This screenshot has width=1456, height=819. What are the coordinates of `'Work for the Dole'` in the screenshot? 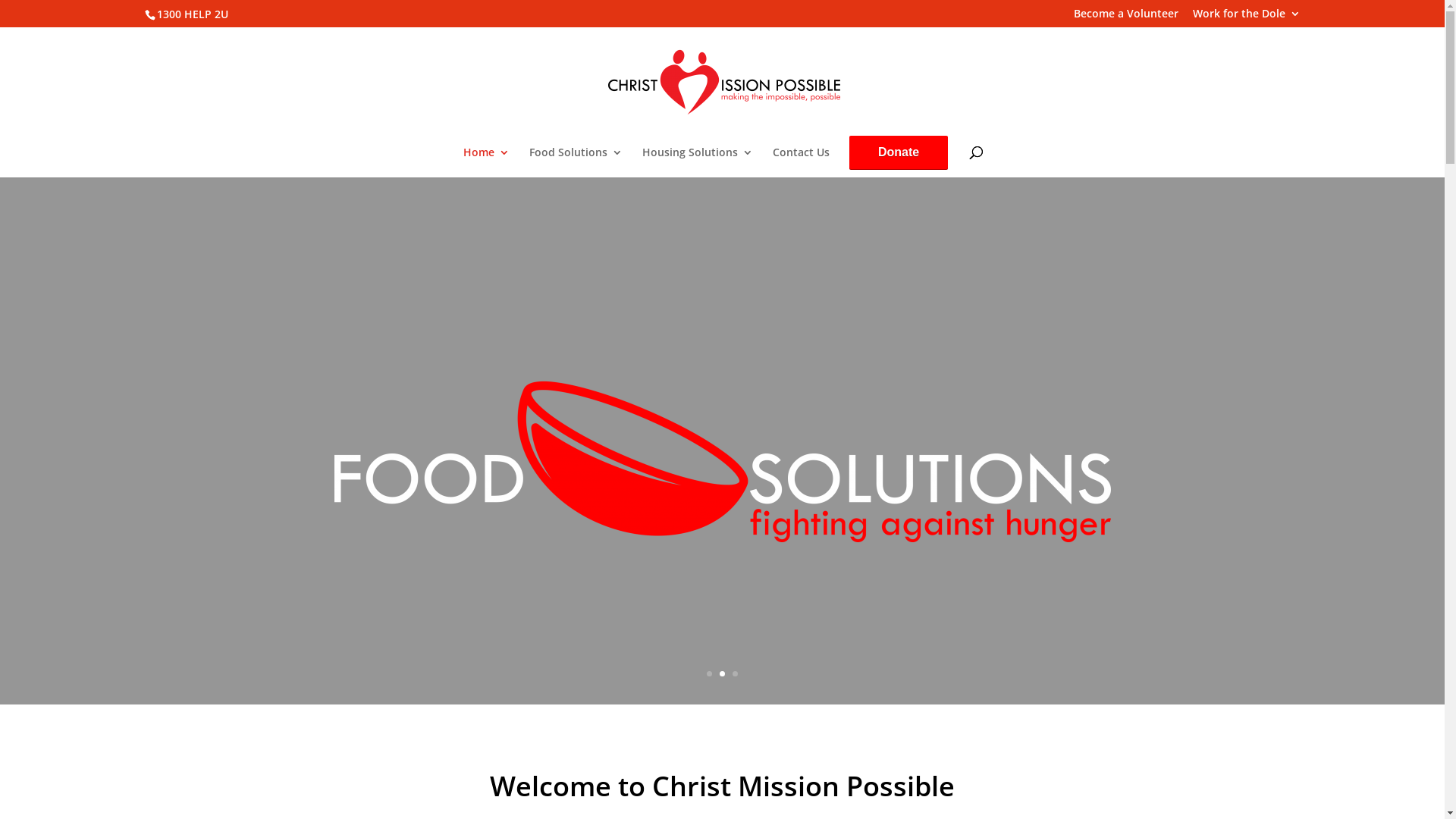 It's located at (1245, 17).